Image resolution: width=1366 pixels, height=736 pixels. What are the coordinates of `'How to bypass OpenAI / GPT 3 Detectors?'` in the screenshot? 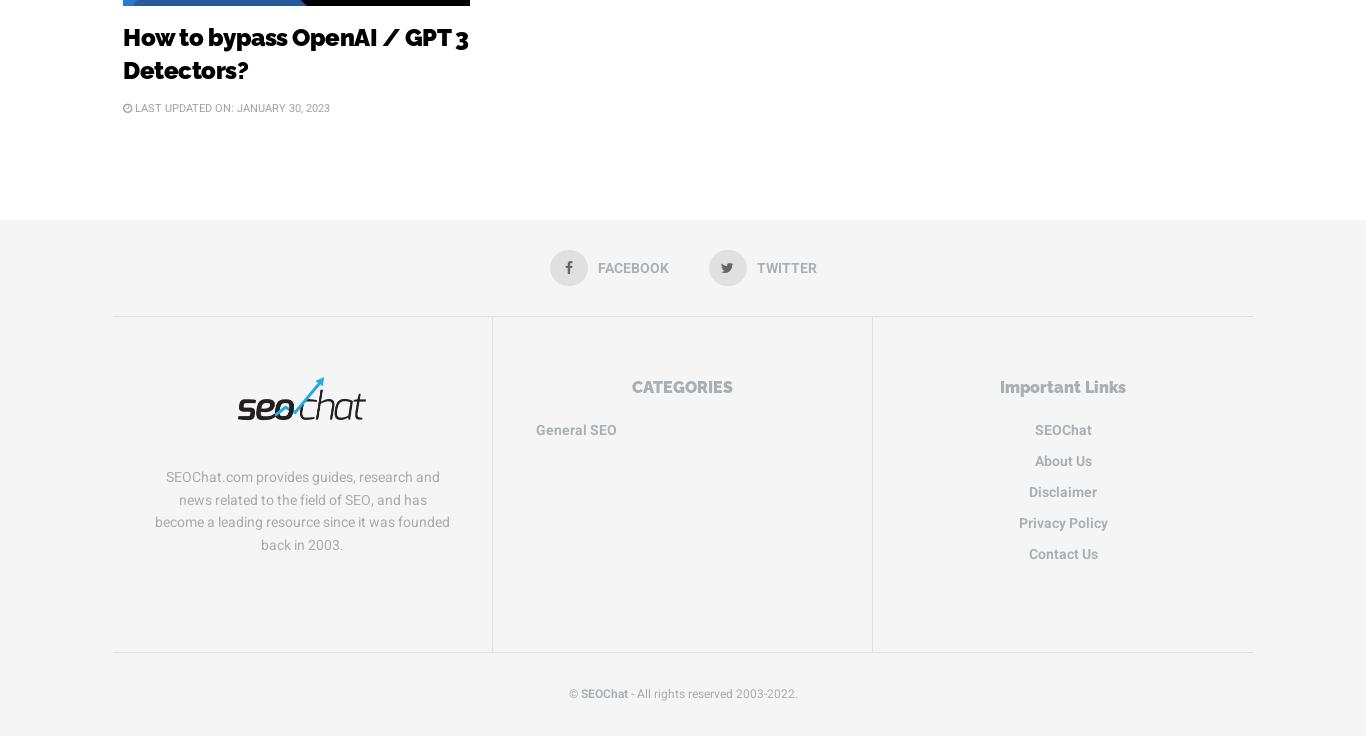 It's located at (295, 53).